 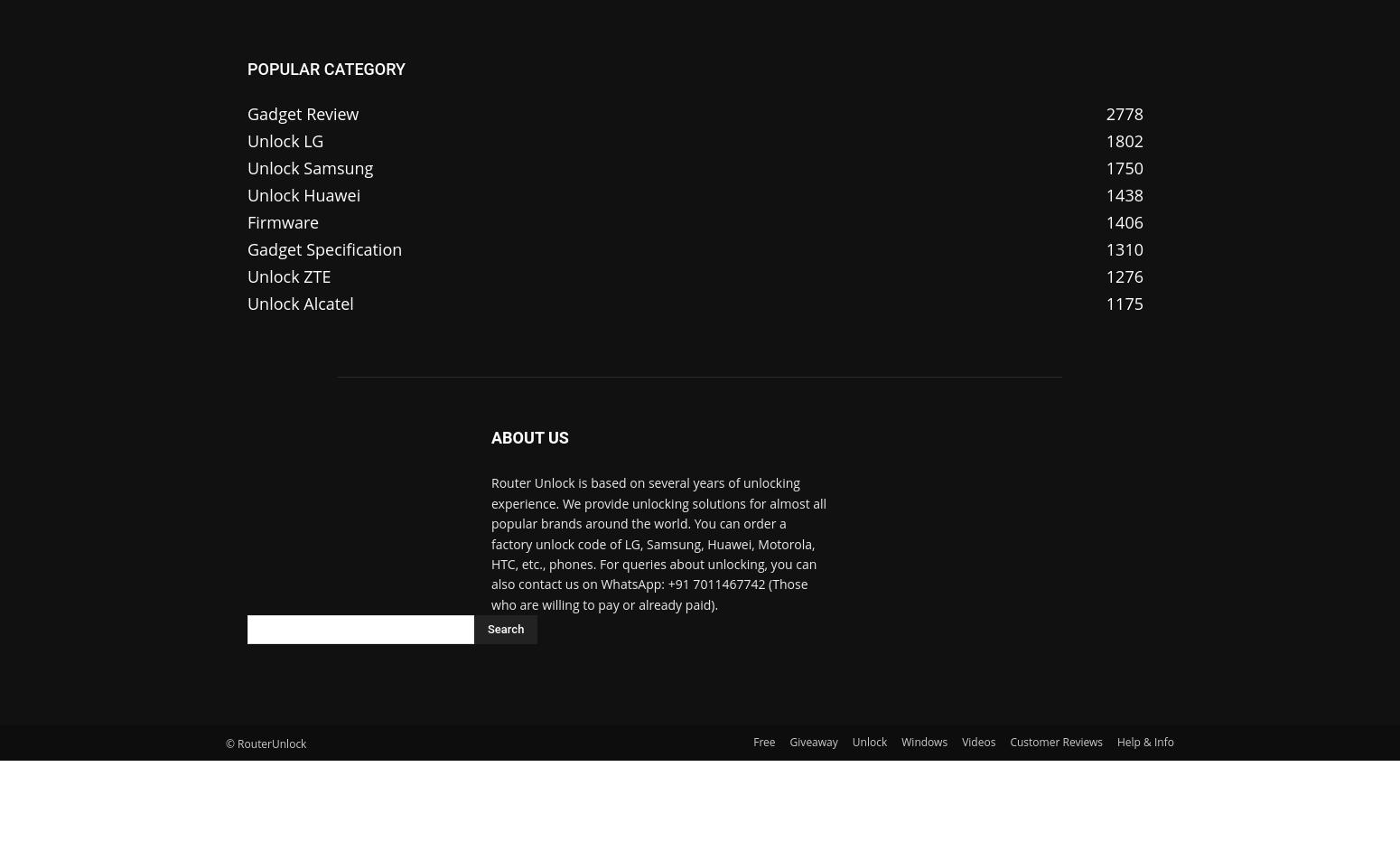 I want to click on 'Customer Reviews', so click(x=1056, y=741).